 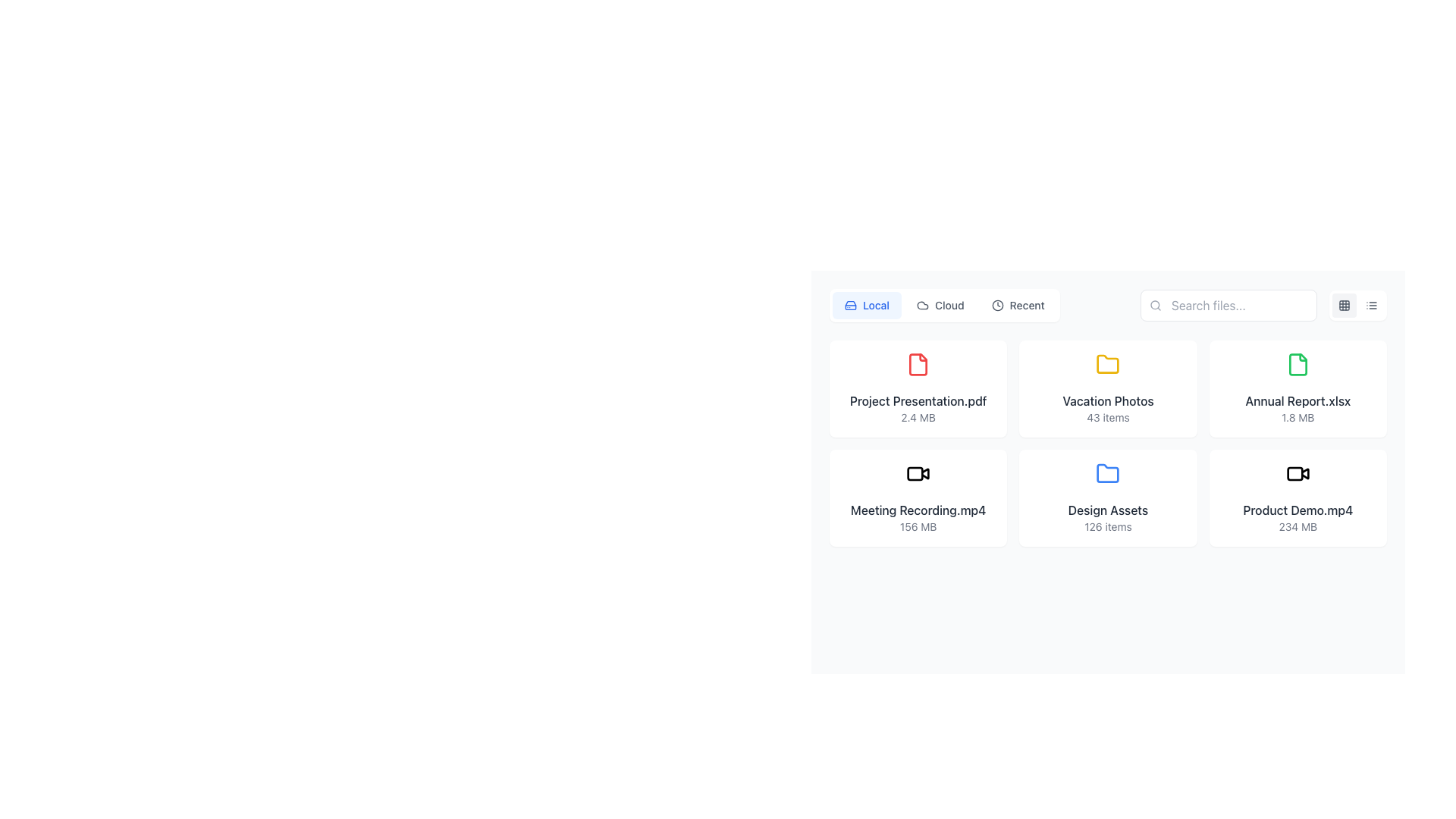 I want to click on the vibrant green file icon that represents a document, positioned above the text 'Annual Report.xlsx 1.8 MB', so click(x=1297, y=365).